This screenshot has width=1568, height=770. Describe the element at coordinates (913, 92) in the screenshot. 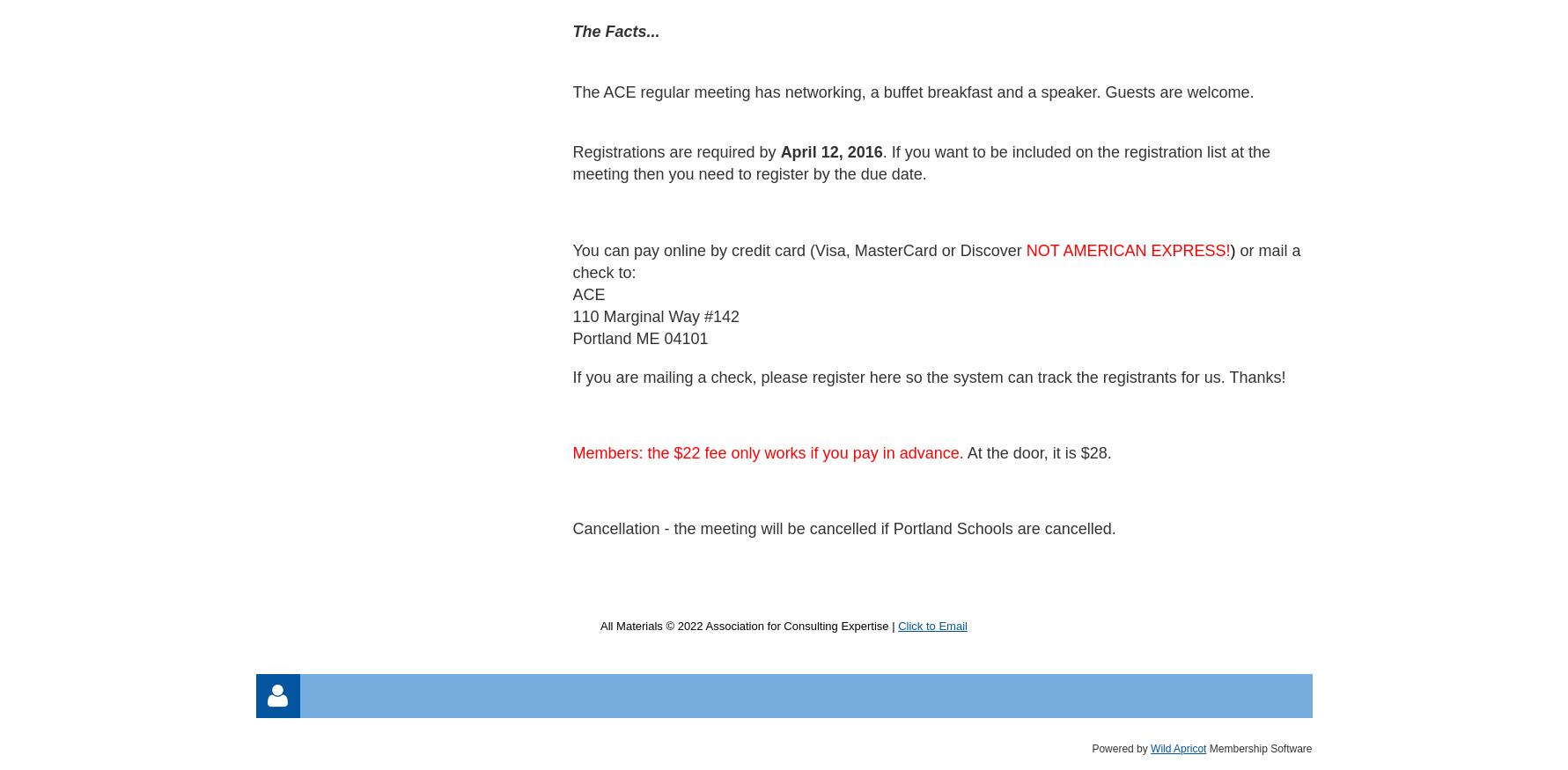

I see `'The ACE regular meeting has networking, a buffet breakfast and a speaker. Guests are welcome.'` at that location.